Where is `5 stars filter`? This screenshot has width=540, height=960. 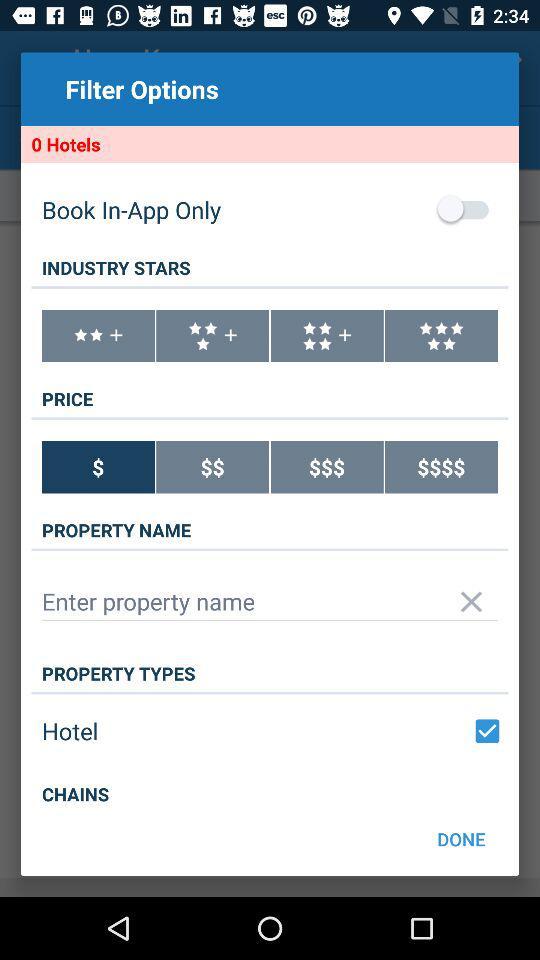 5 stars filter is located at coordinates (441, 336).